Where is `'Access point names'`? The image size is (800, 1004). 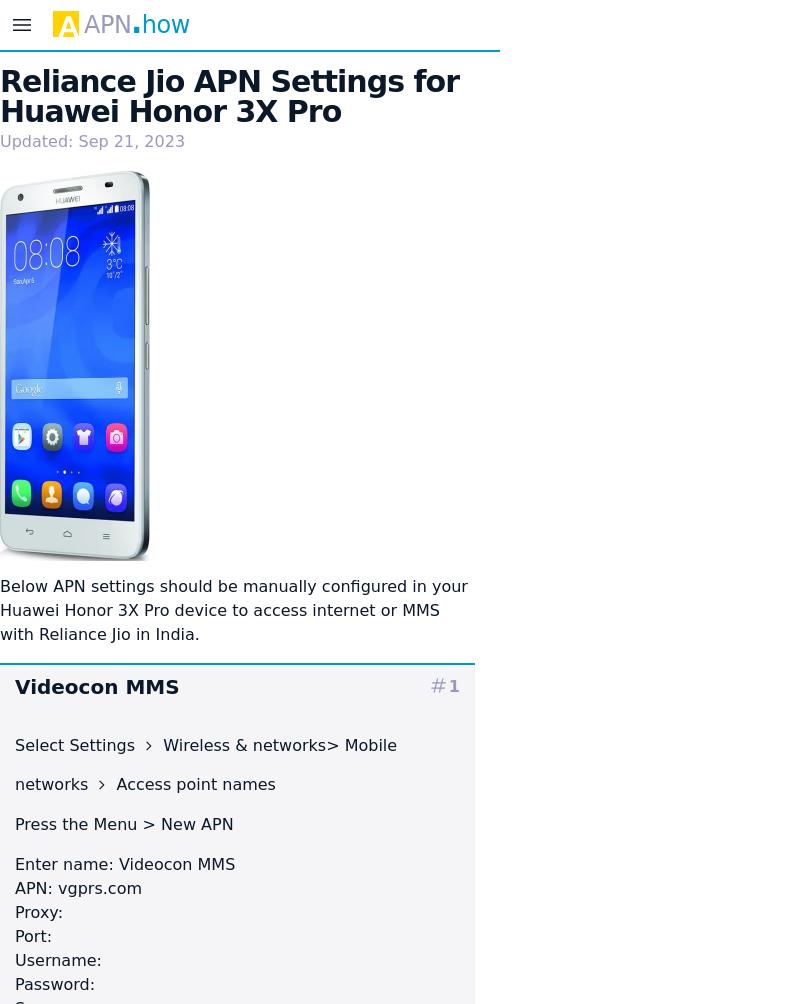
'Access point names' is located at coordinates (192, 783).